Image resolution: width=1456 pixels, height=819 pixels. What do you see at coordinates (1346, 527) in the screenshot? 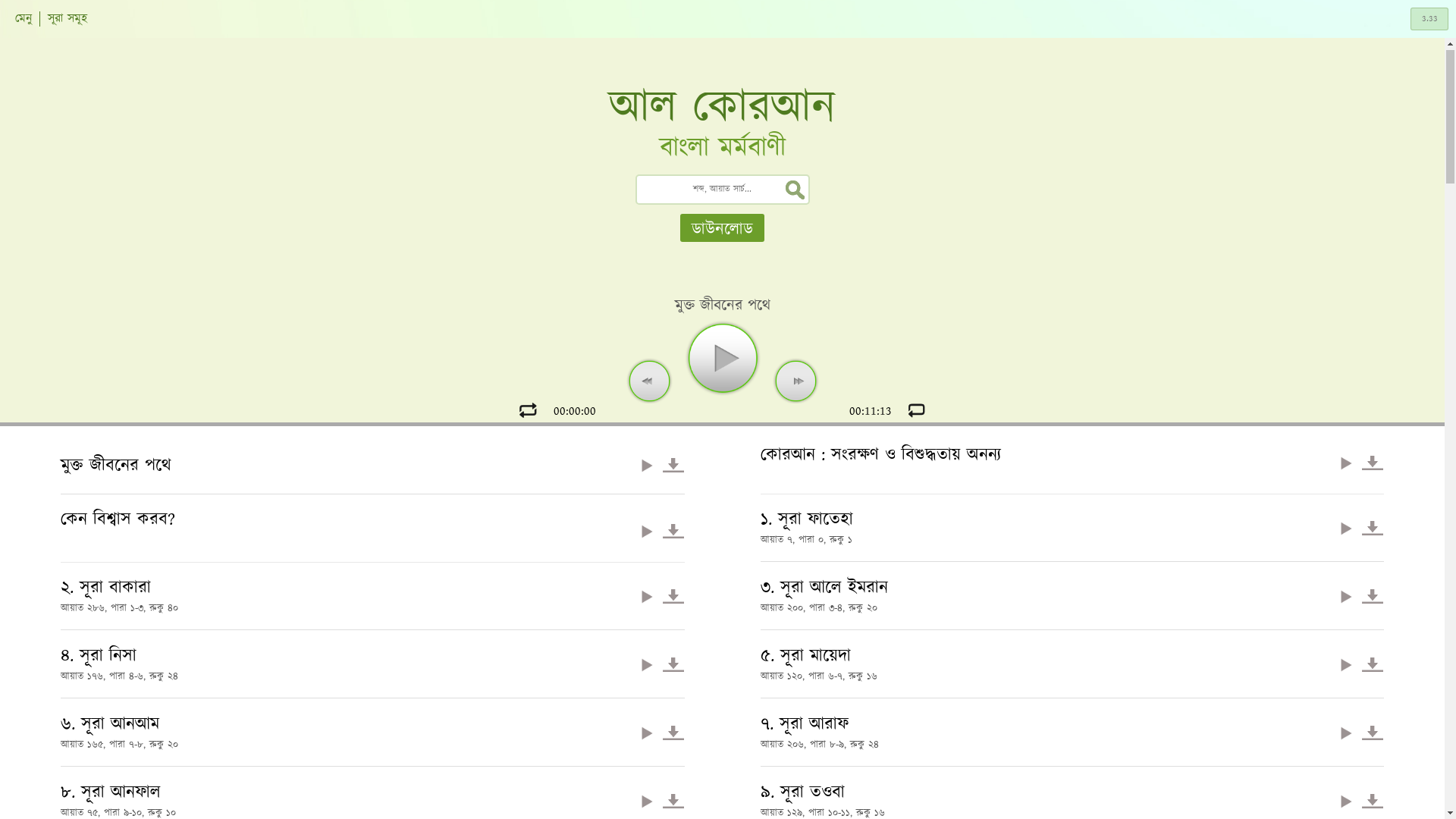
I see `'Play'` at bounding box center [1346, 527].